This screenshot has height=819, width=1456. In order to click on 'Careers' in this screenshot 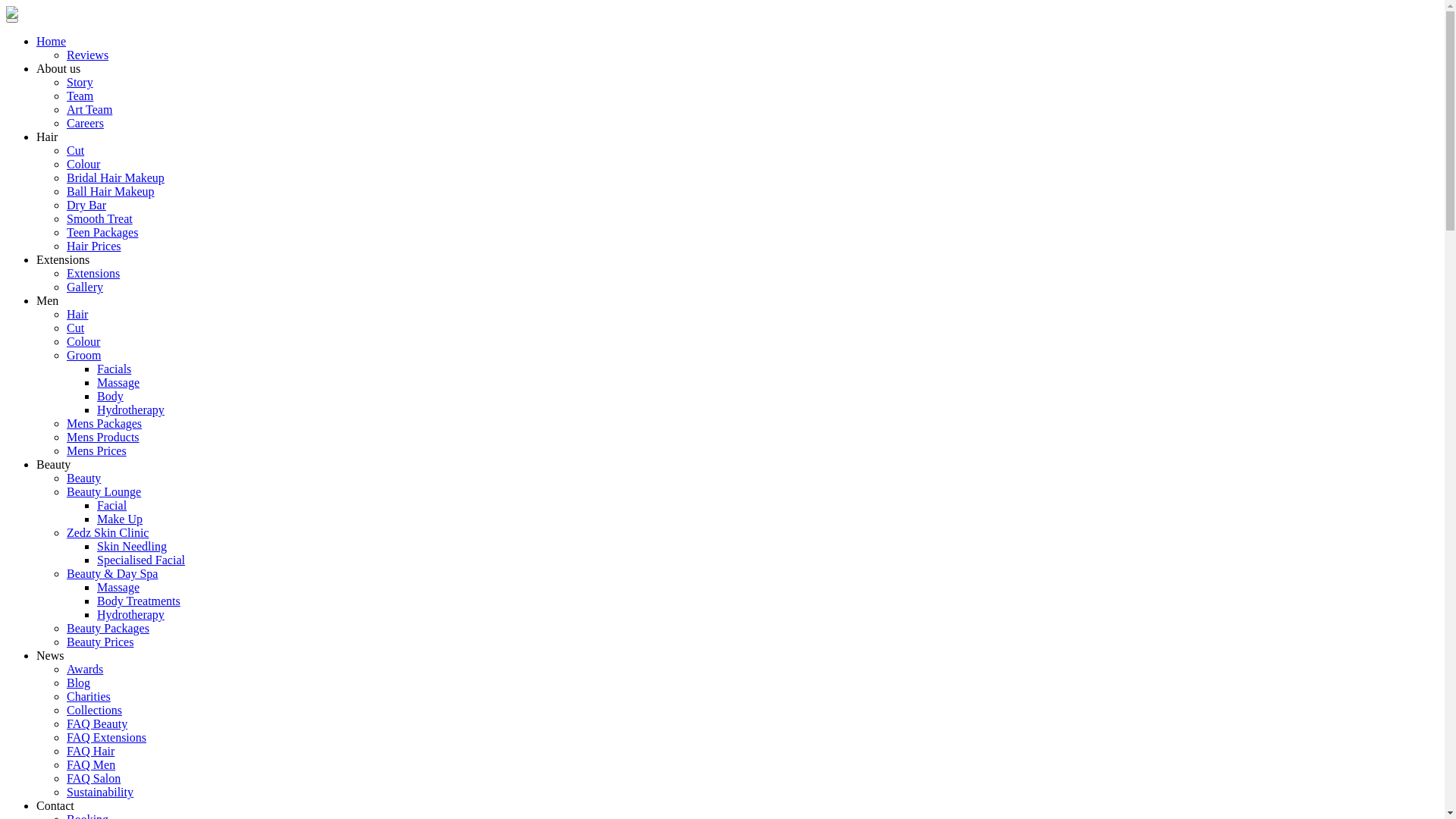, I will do `click(84, 122)`.